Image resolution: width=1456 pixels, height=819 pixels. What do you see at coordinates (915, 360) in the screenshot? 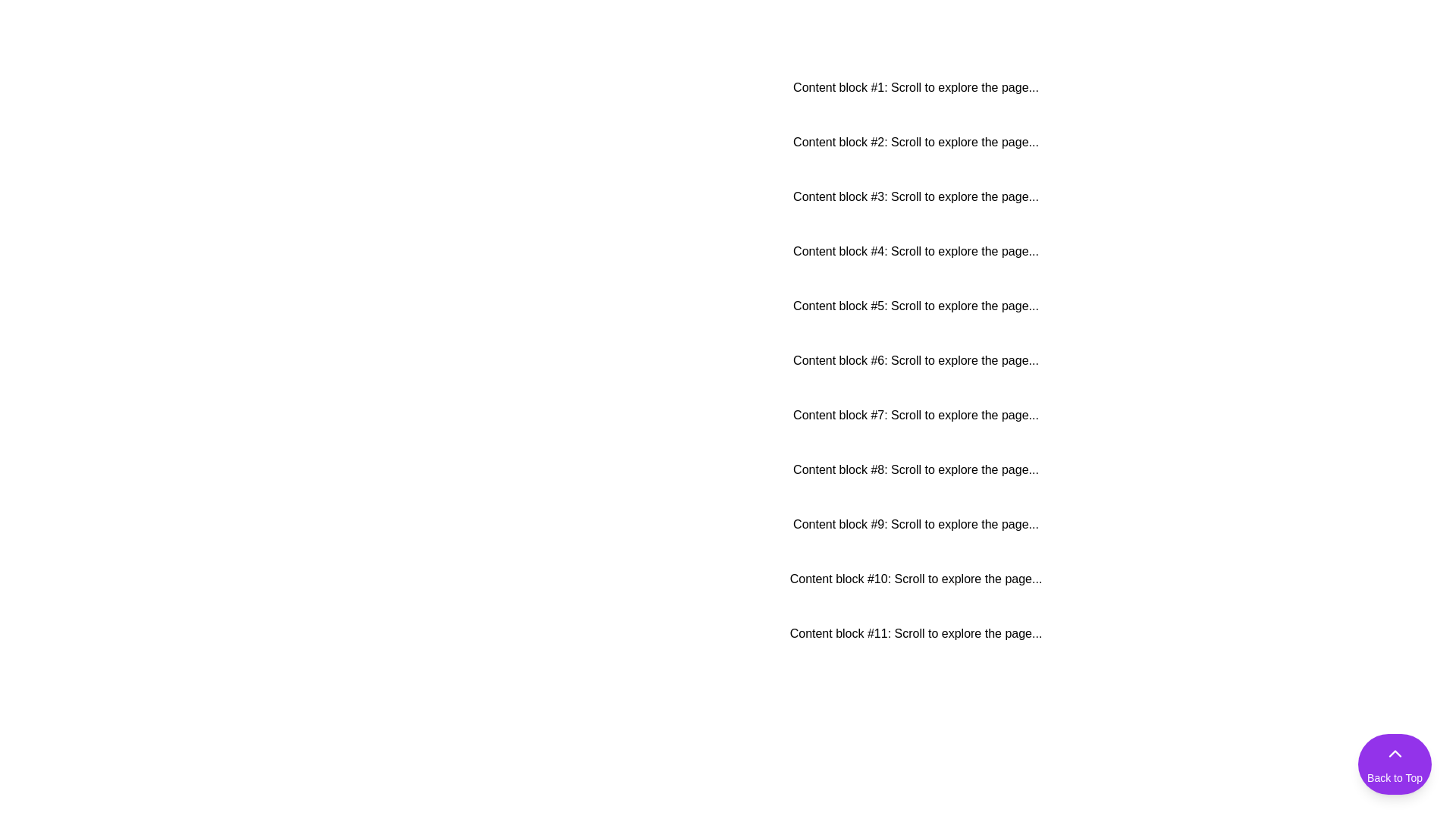
I see `the text label indicating the 6th position in the sequence, which prompts the user to scroll further` at bounding box center [915, 360].